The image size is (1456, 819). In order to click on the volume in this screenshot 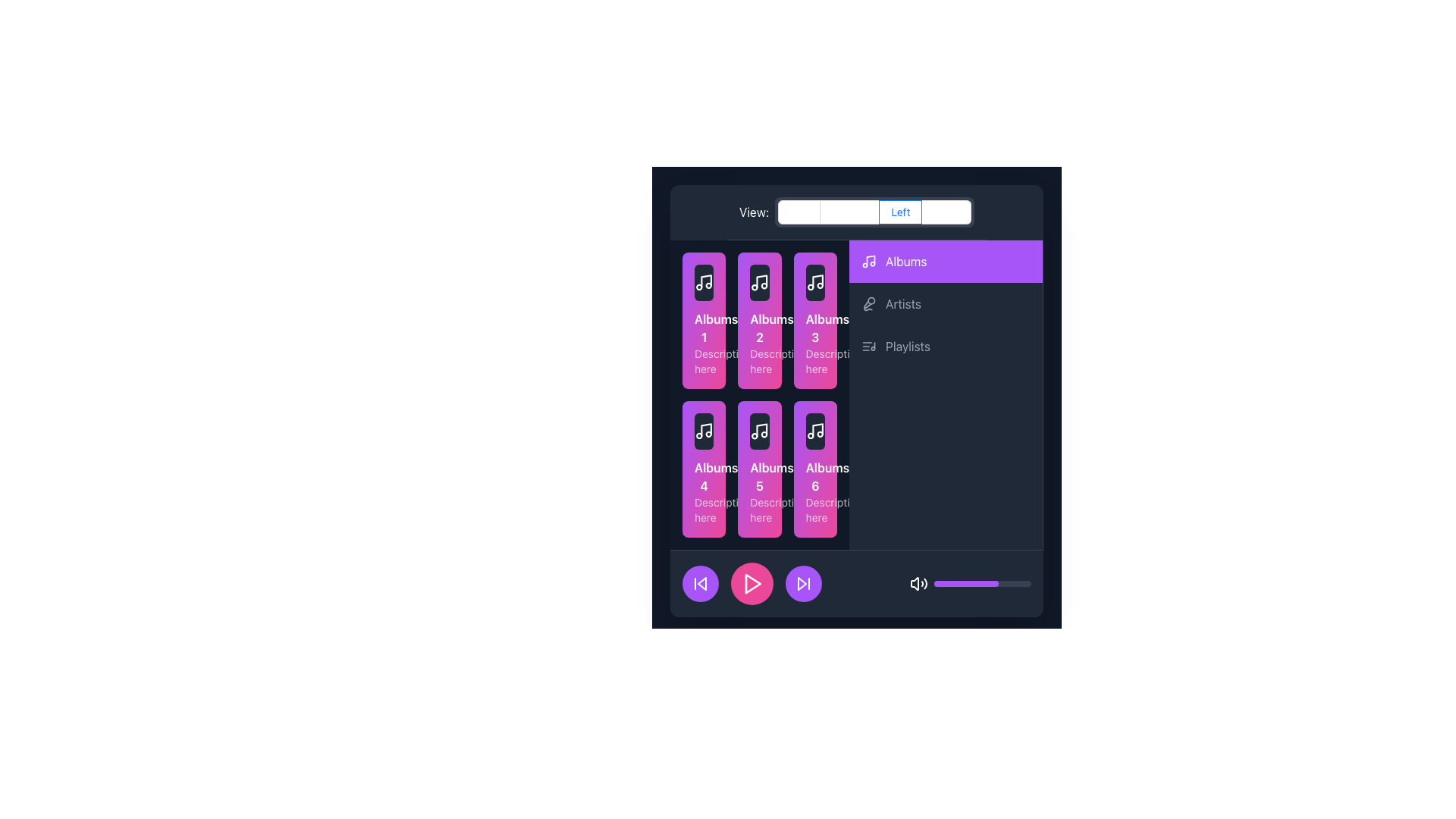, I will do `click(955, 583)`.